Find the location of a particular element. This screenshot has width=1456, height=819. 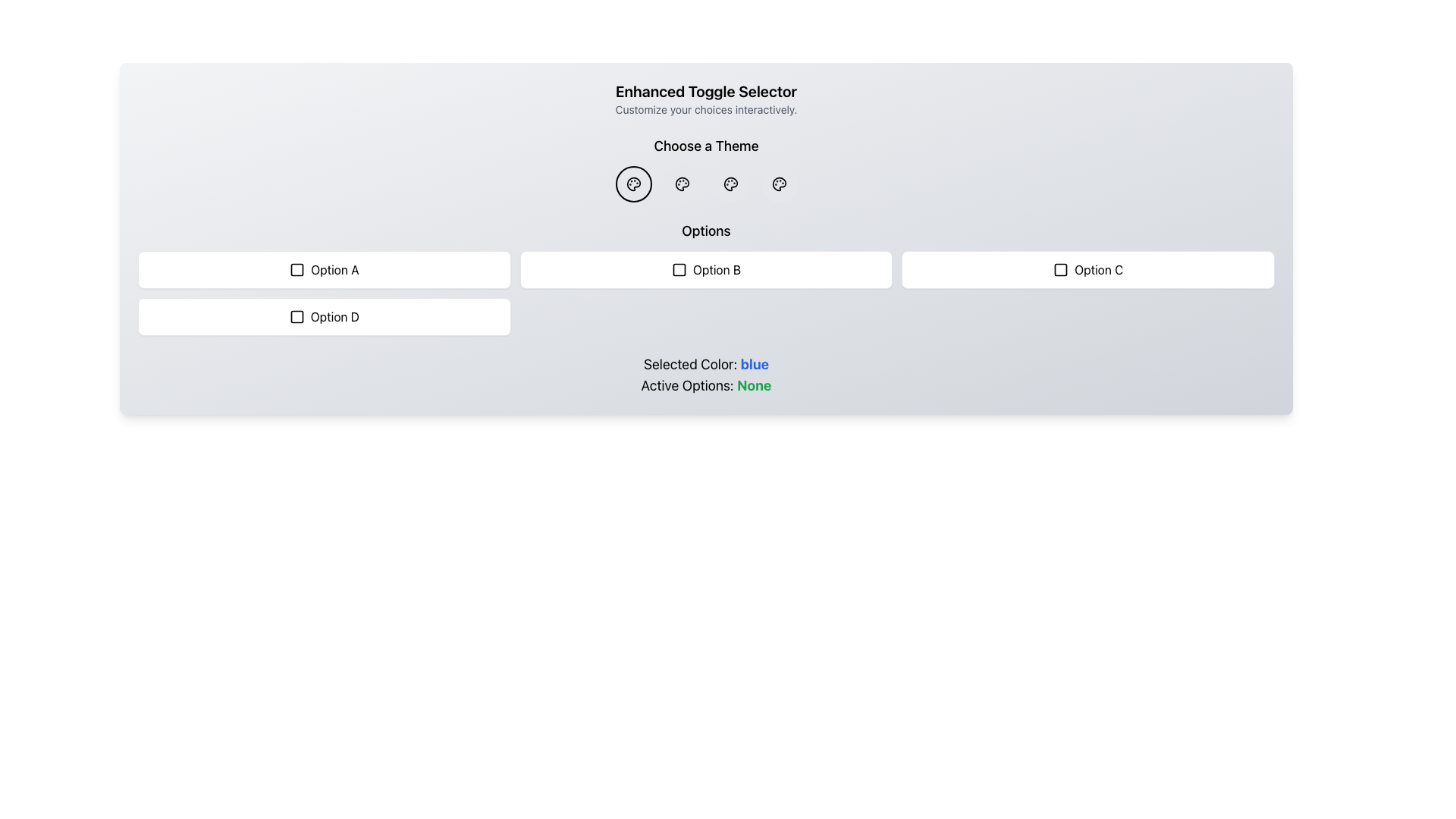

the painter's palette icon, which is the fourth icon under 'Choose a Theme' is located at coordinates (779, 184).